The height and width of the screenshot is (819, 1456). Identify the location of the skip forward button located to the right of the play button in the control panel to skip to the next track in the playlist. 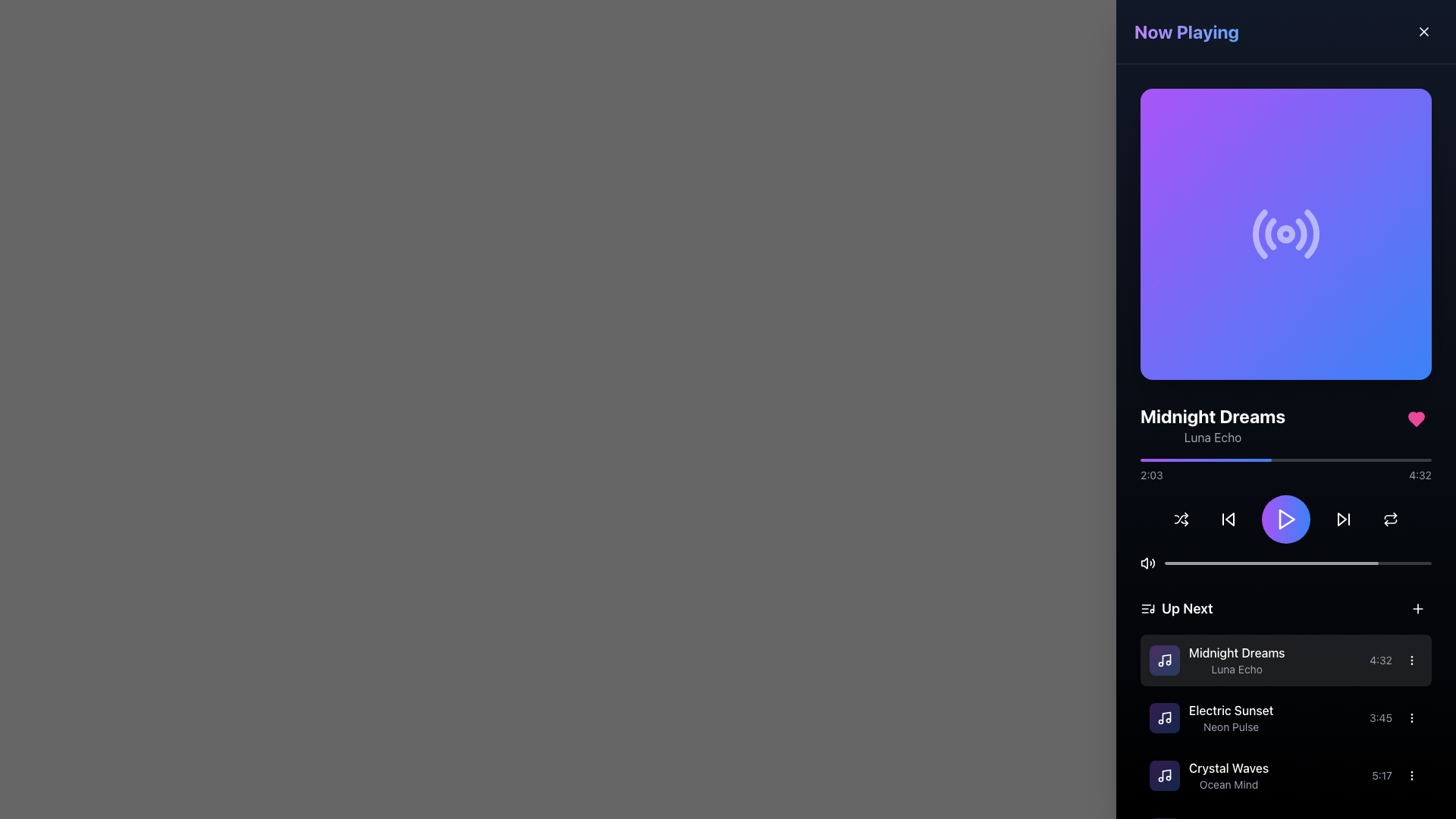
(1343, 519).